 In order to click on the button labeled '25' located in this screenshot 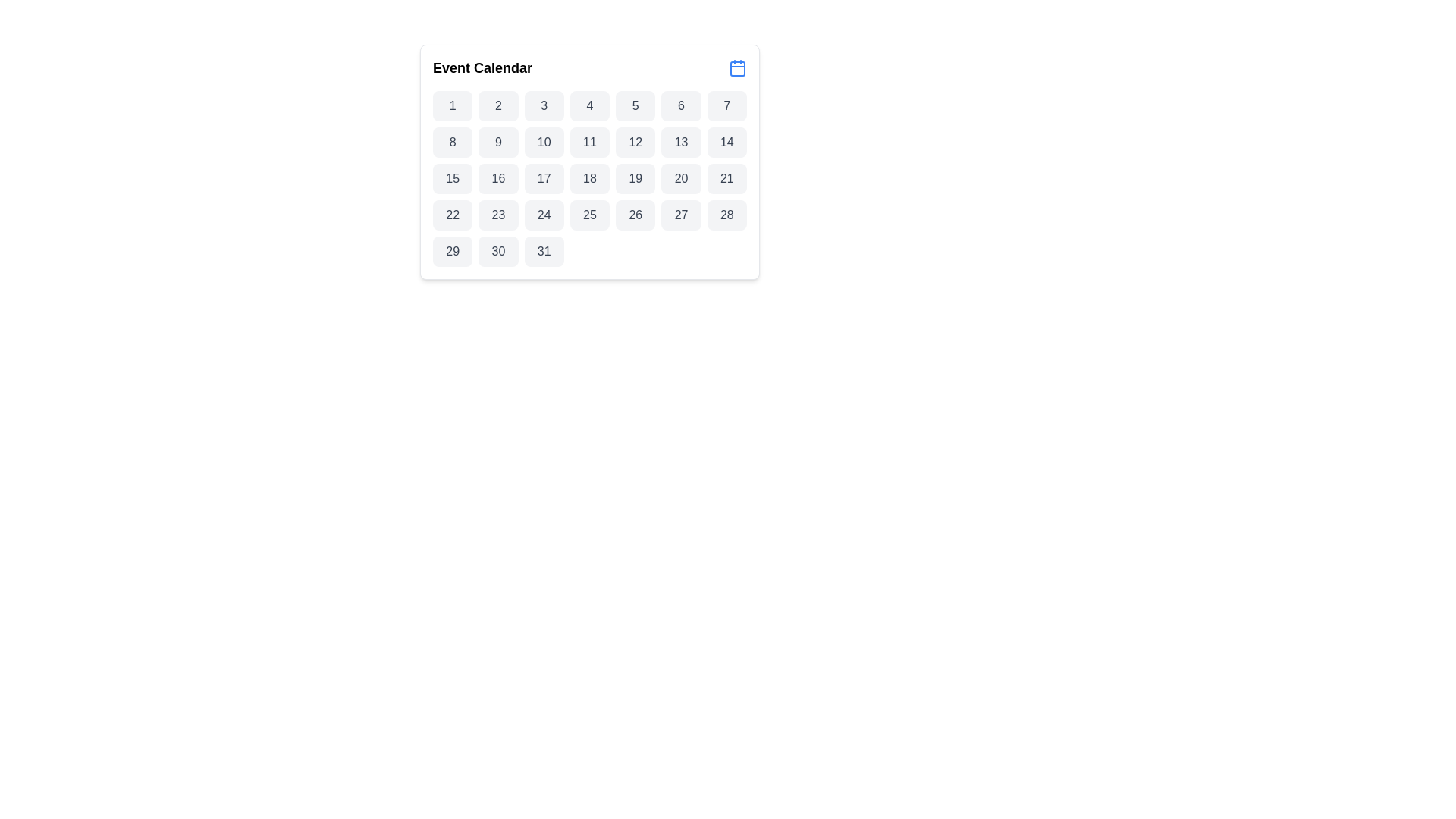, I will do `click(588, 215)`.